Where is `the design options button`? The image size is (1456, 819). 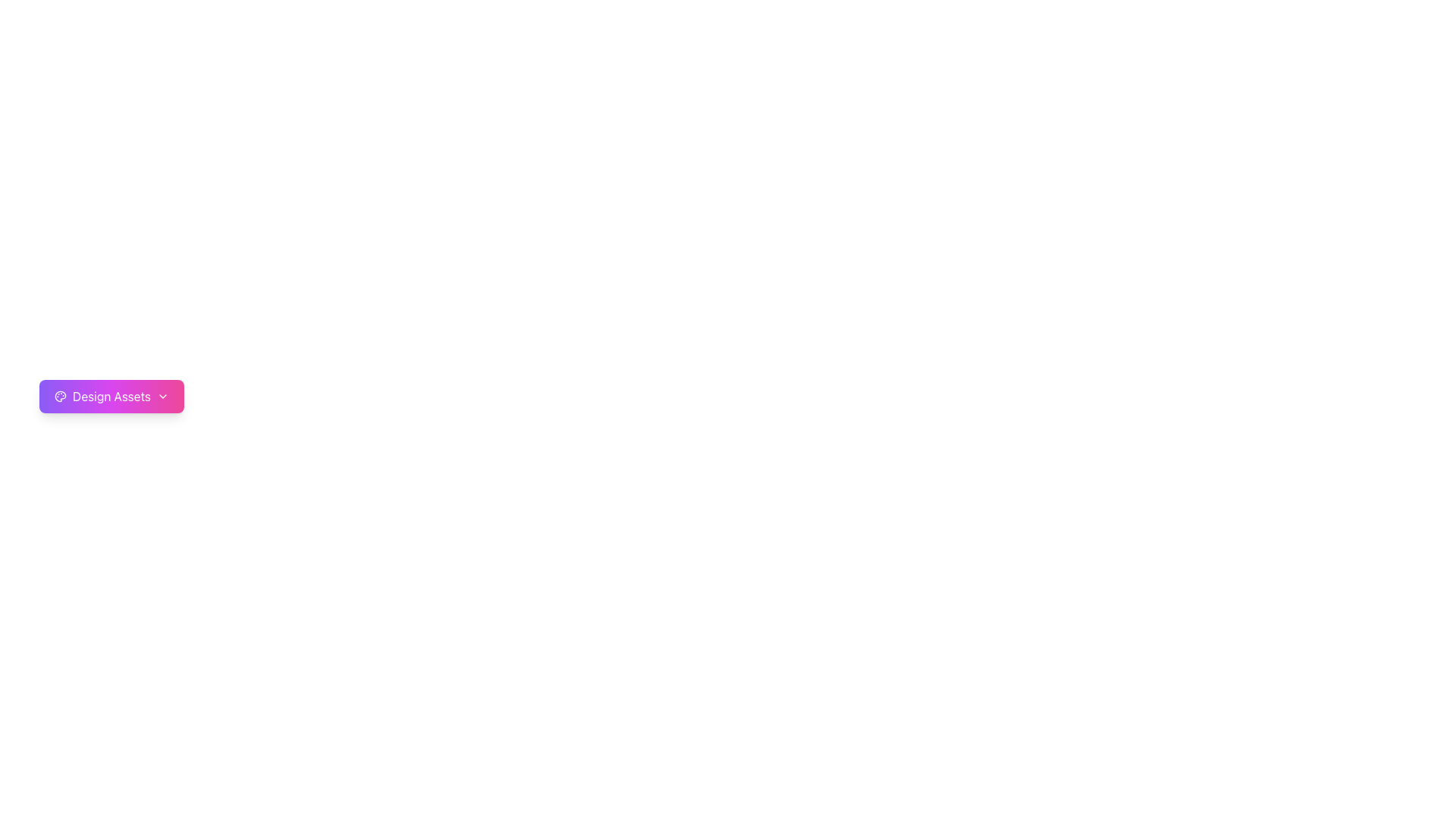
the design options button is located at coordinates (111, 396).